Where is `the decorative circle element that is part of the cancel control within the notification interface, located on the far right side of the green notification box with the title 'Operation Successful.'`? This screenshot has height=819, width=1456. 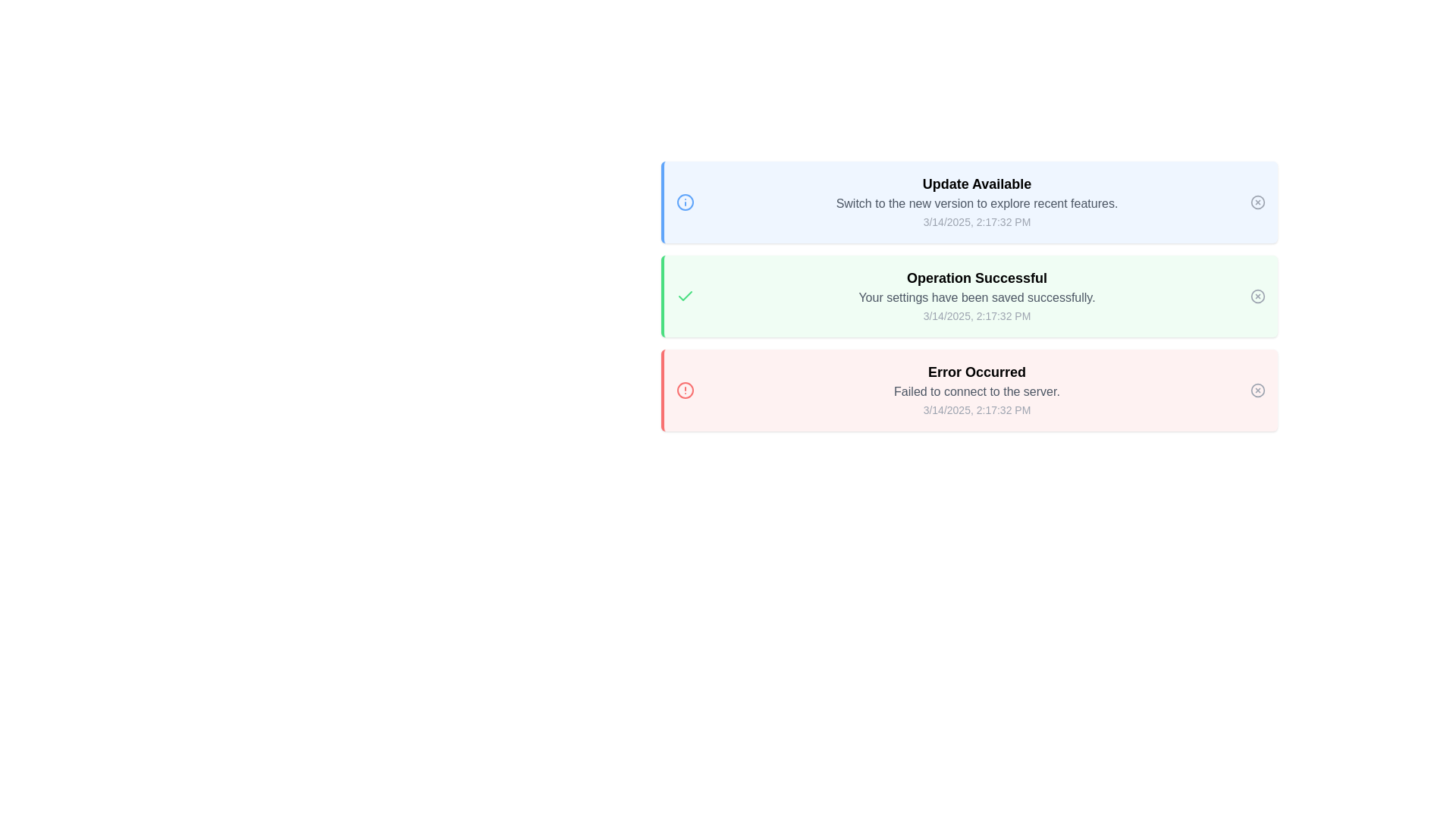
the decorative circle element that is part of the cancel control within the notification interface, located on the far right side of the green notification box with the title 'Operation Successful.' is located at coordinates (1258, 296).